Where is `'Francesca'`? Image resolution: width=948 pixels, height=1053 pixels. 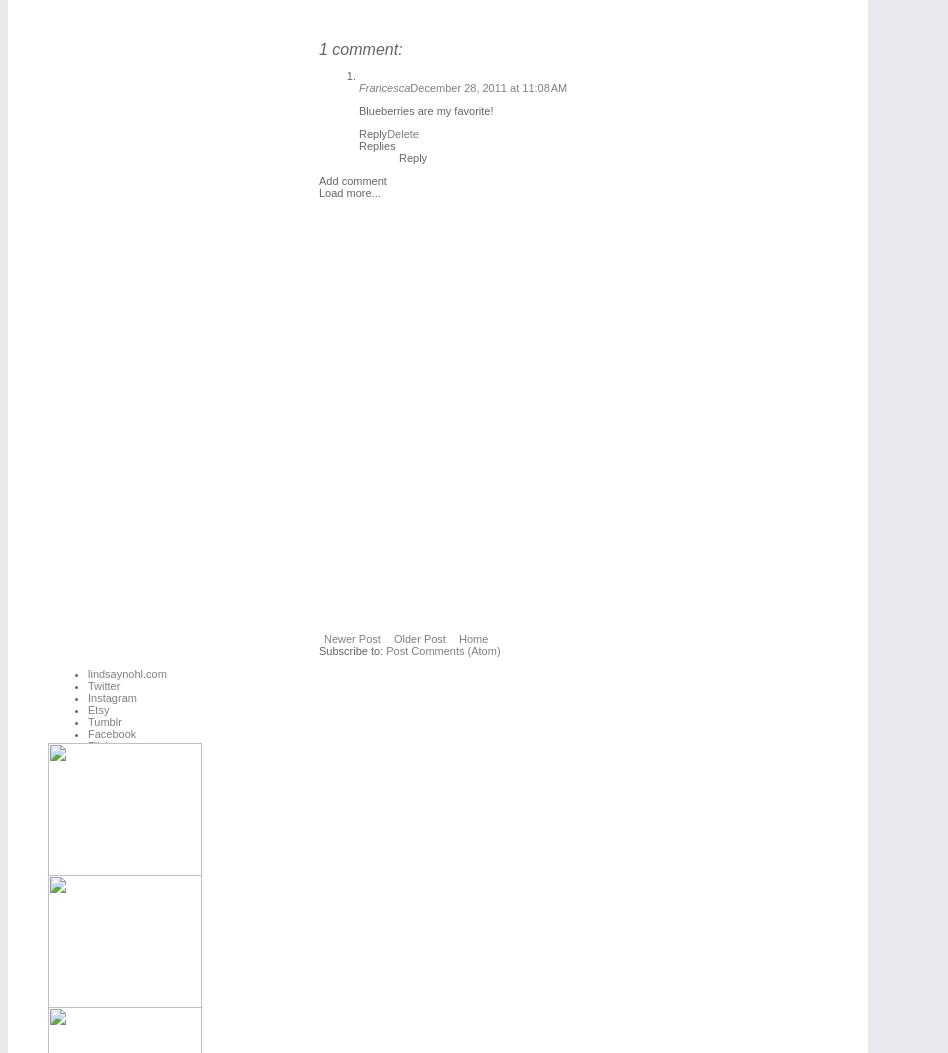
'Francesca' is located at coordinates (383, 87).